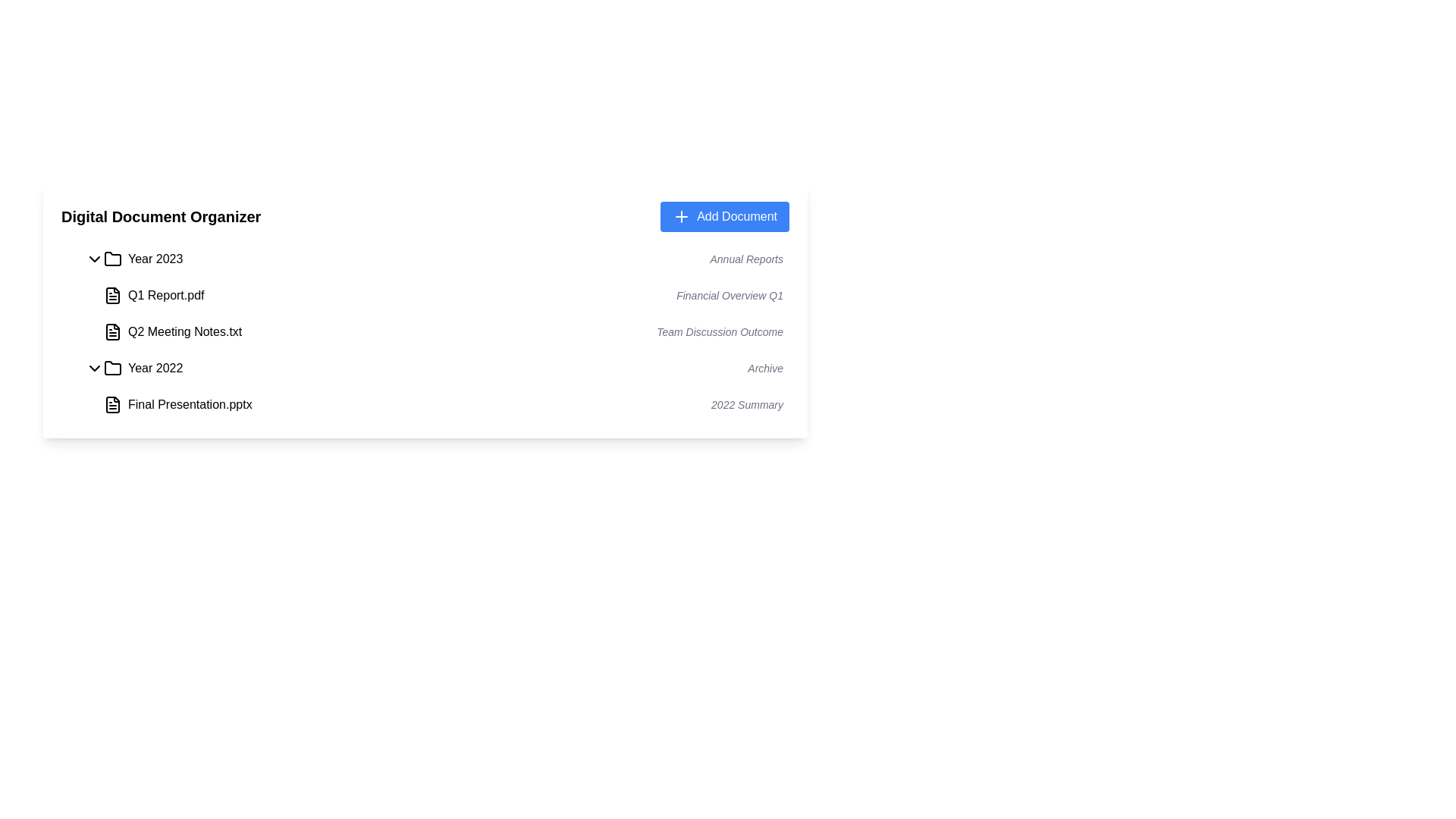  What do you see at coordinates (724, 216) in the screenshot?
I see `the button located in the top-right corner of the 'Digital Document Organizer' section` at bounding box center [724, 216].